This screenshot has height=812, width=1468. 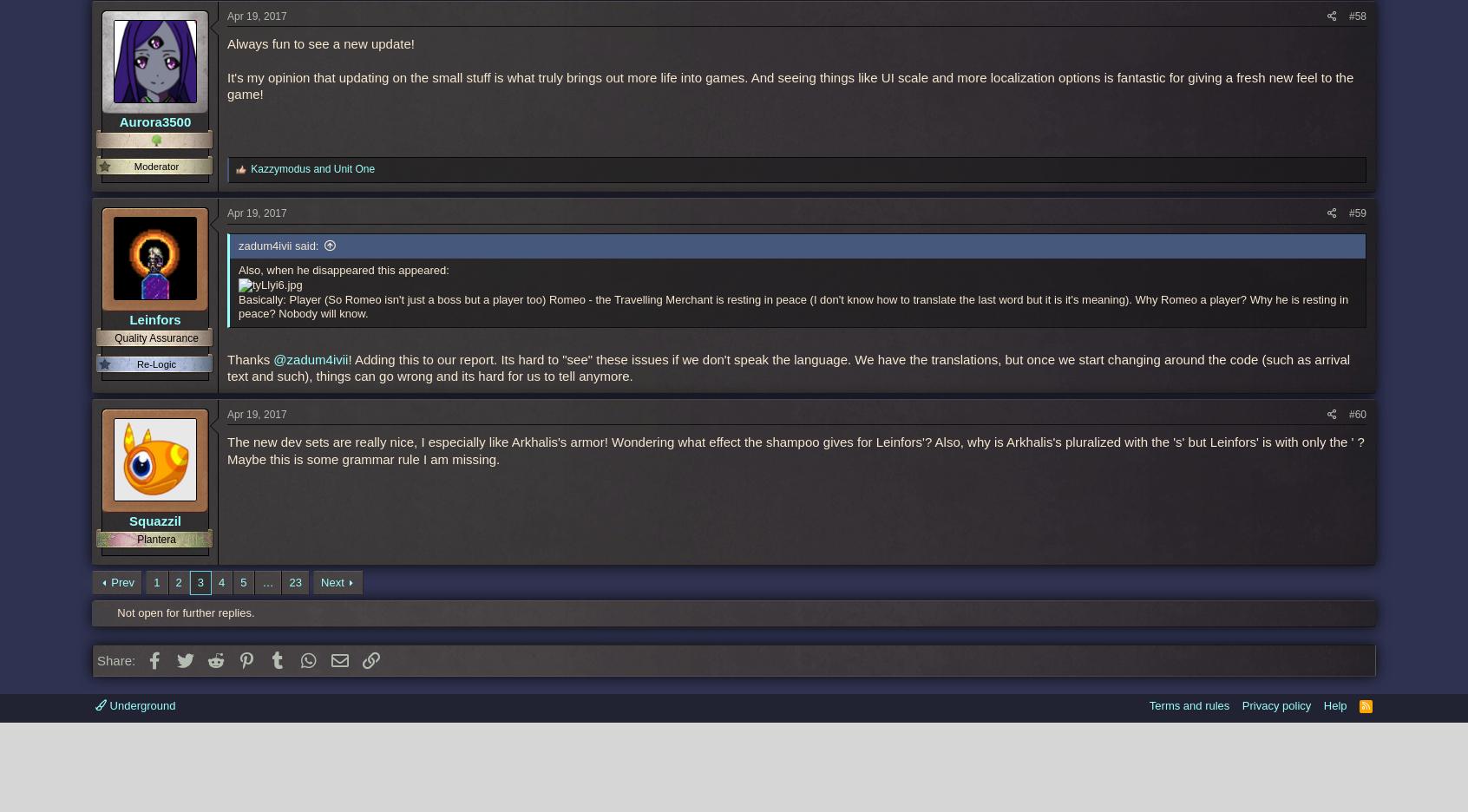 What do you see at coordinates (311, 357) in the screenshot?
I see `'@zadum4ivii'` at bounding box center [311, 357].